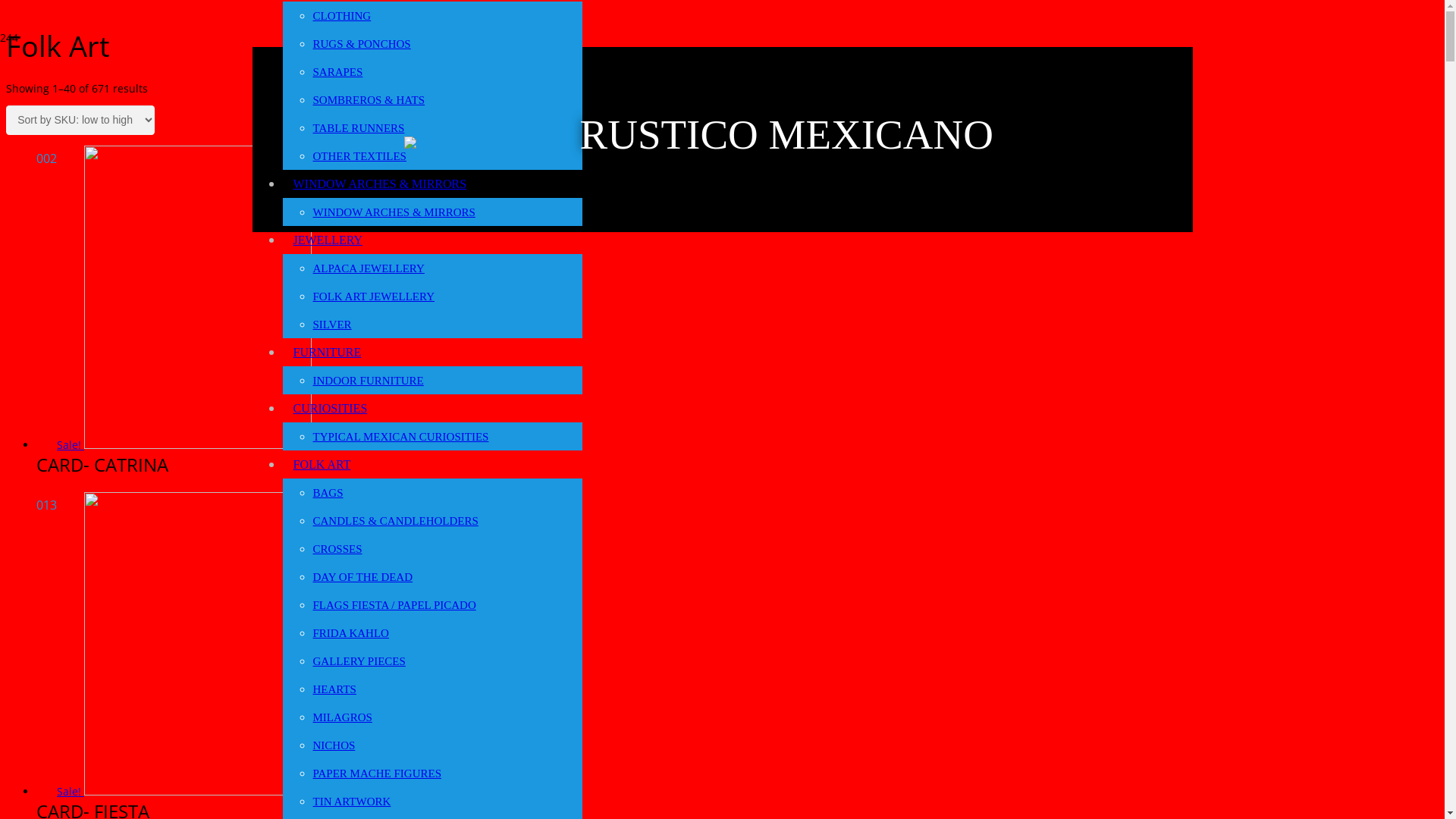 Image resolution: width=1456 pixels, height=819 pixels. Describe the element at coordinates (377, 773) in the screenshot. I see `'PAPER MACHE FIGURES'` at that location.